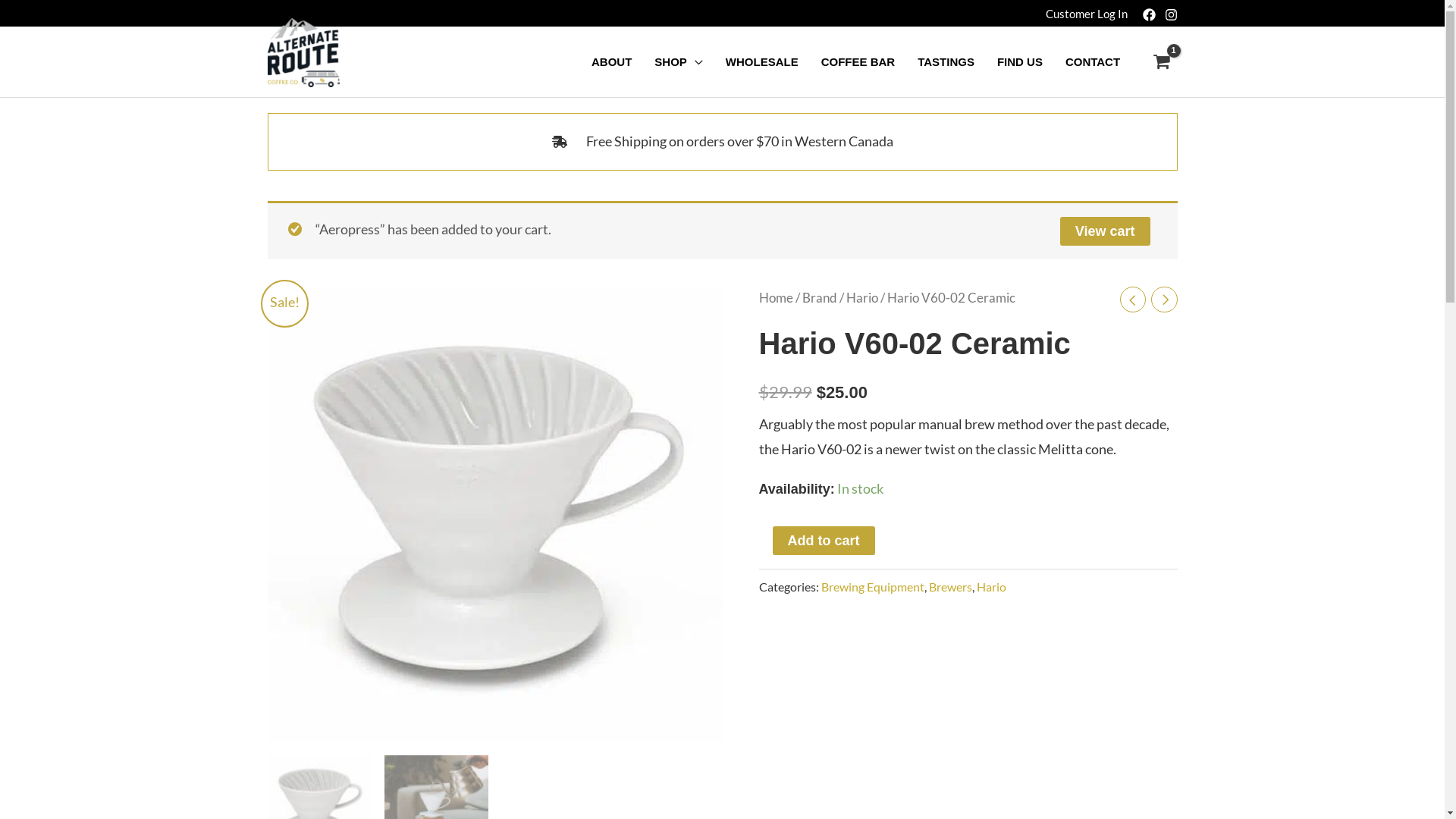 The image size is (1456, 819). What do you see at coordinates (611, 61) in the screenshot?
I see `'ABOUT'` at bounding box center [611, 61].